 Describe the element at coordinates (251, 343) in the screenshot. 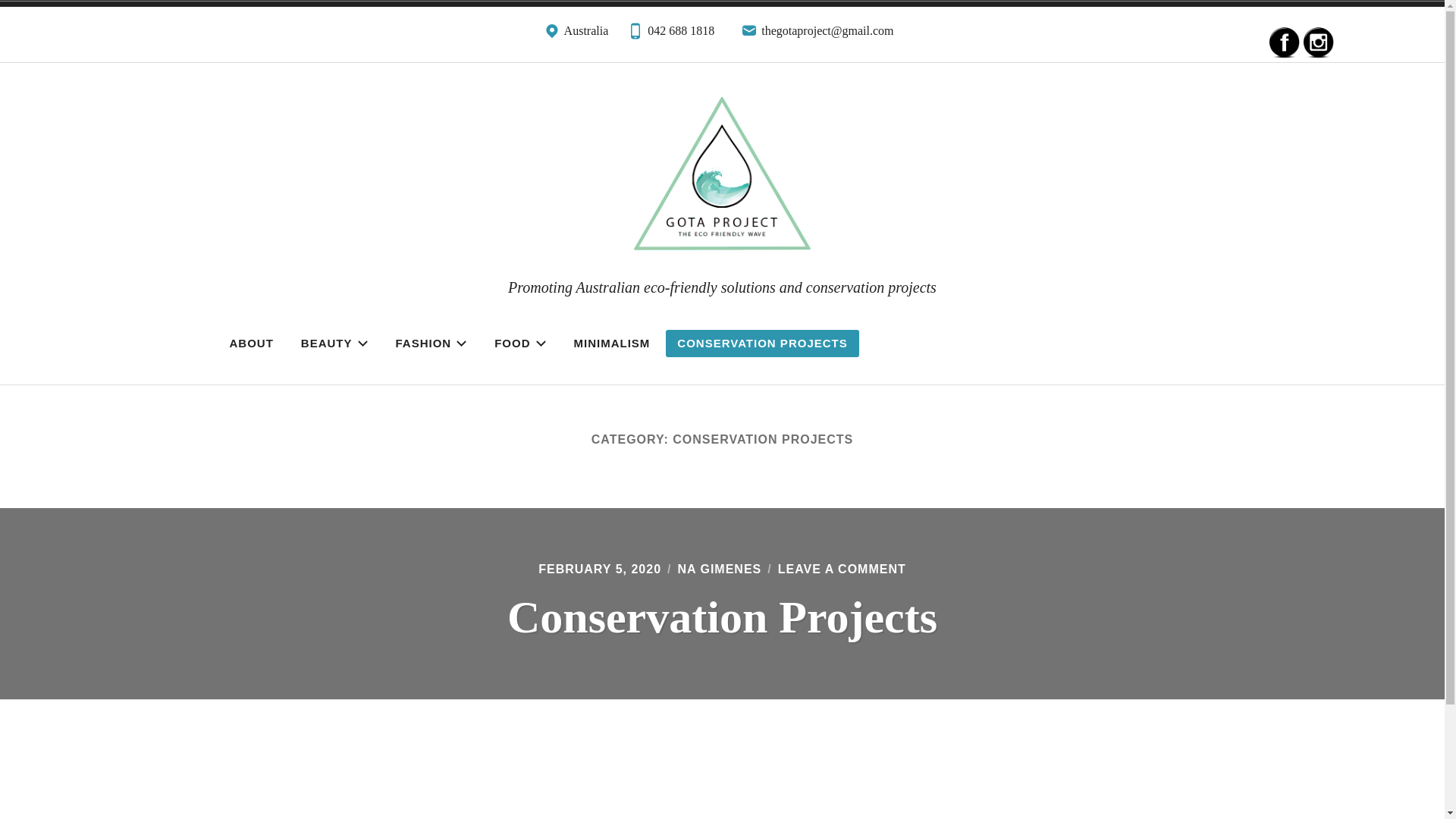

I see `'ABOUT'` at that location.